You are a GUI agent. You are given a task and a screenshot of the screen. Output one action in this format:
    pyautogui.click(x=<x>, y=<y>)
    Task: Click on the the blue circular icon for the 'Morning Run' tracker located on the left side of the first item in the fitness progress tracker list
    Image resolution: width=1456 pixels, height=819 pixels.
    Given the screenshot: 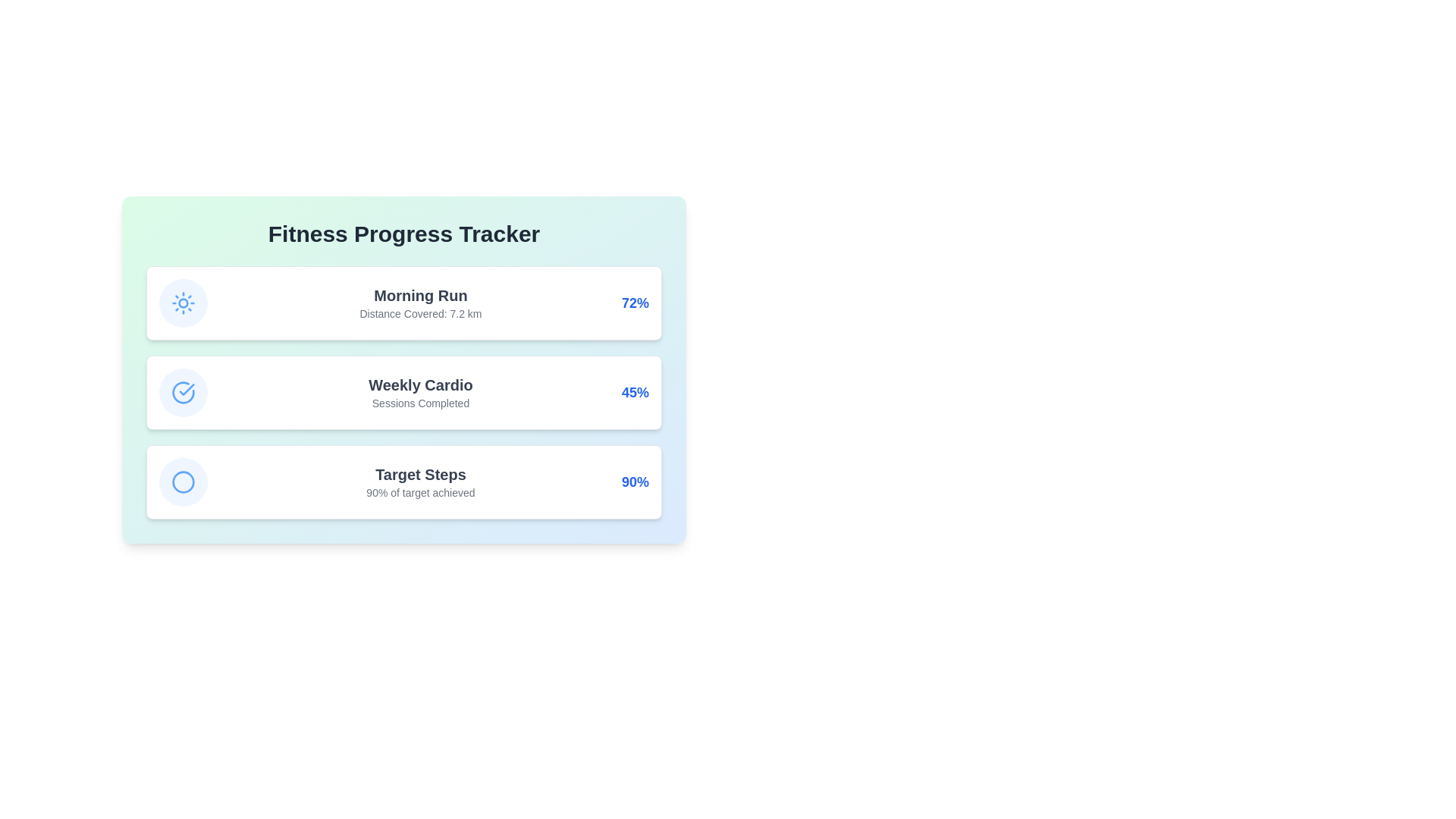 What is the action you would take?
    pyautogui.click(x=182, y=303)
    